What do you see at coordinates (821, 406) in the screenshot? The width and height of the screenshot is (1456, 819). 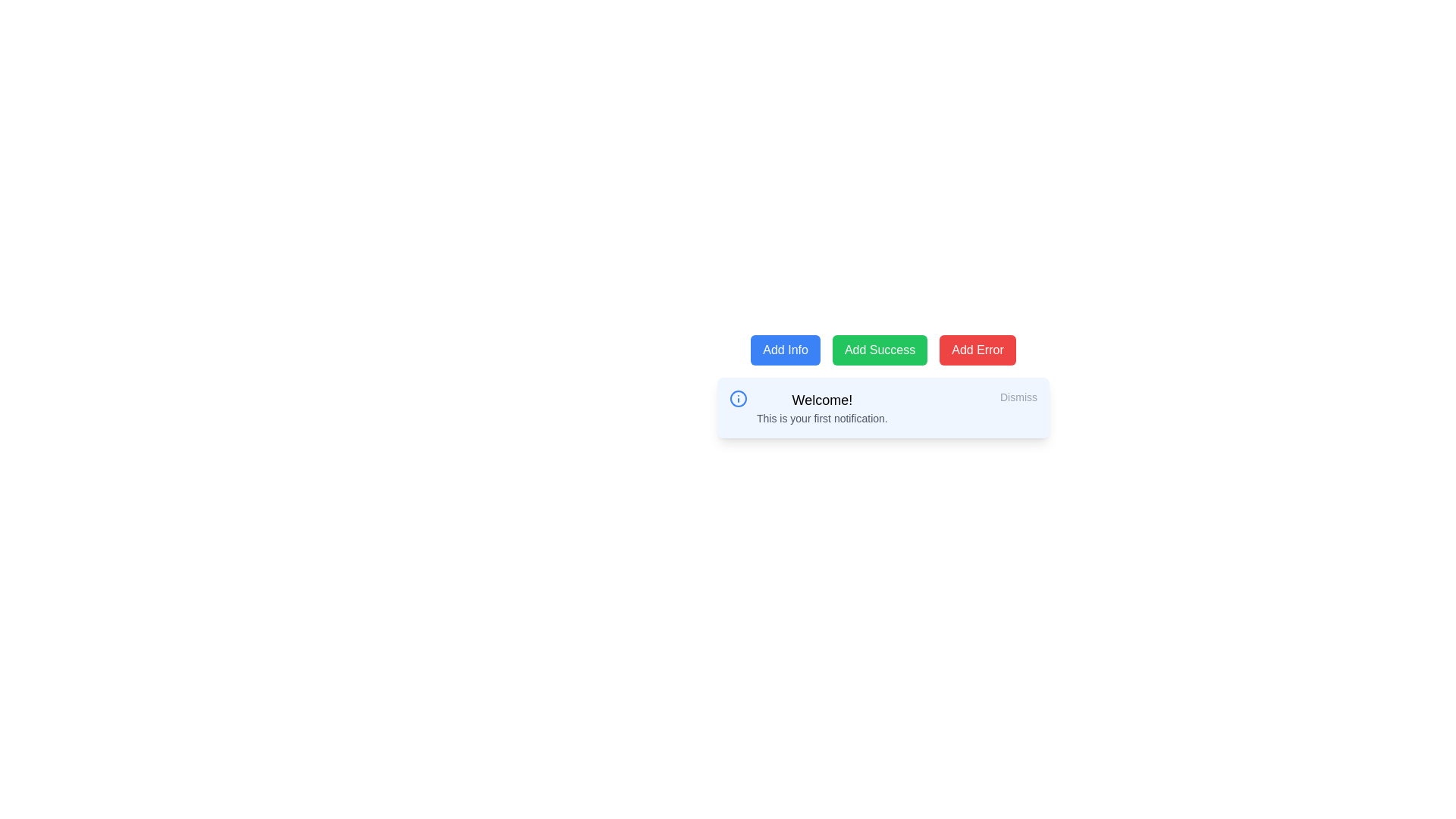 I see `the text block that displays the title 'Welcome!' and the subtitle 'This is your first notification.'` at bounding box center [821, 406].